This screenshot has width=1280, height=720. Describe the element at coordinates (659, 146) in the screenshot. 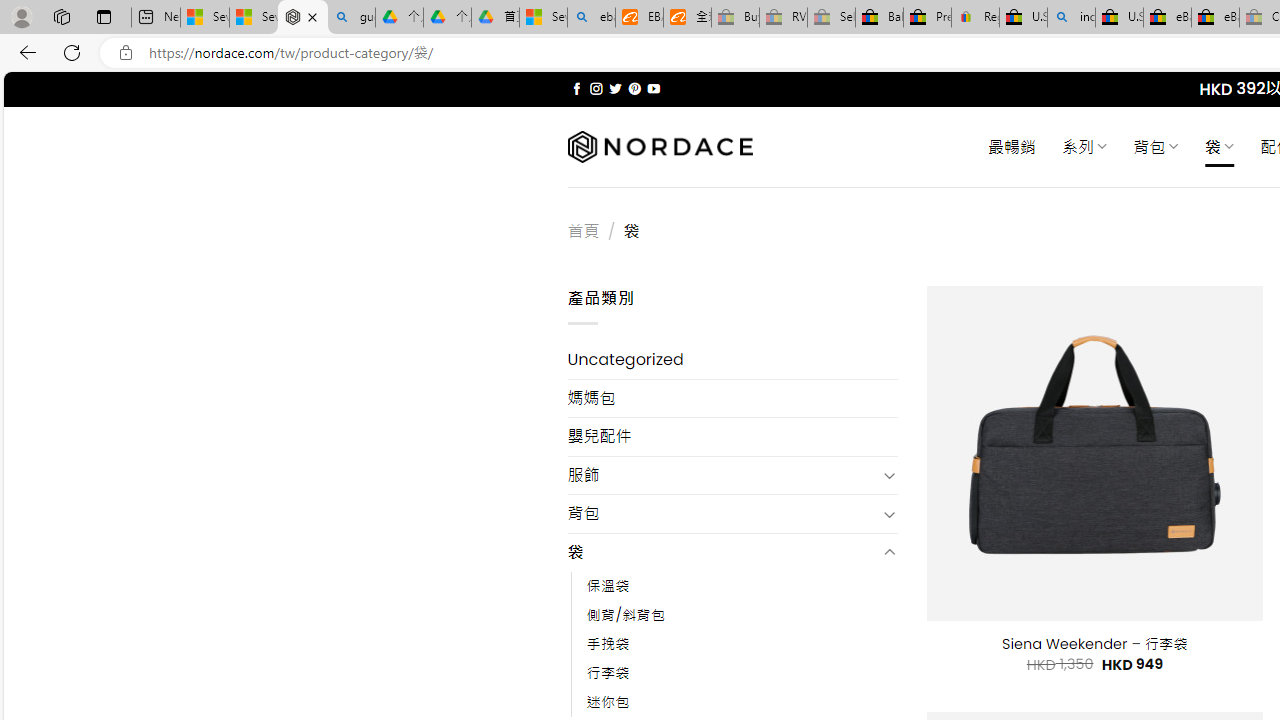

I see `'Nordace'` at that location.